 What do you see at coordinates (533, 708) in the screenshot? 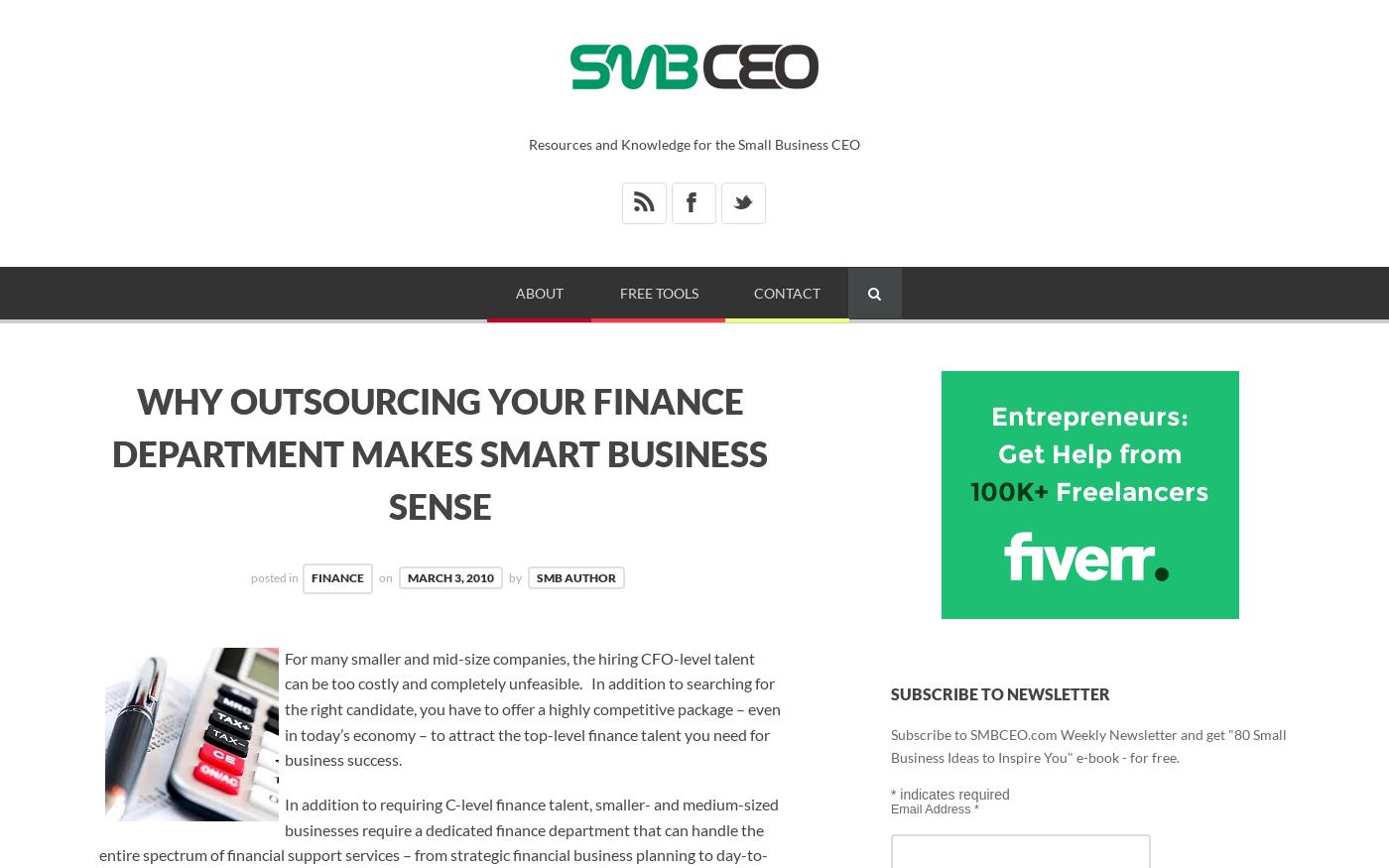
I see `'For many smaller and mid-size companies,  the hiring CFO-level talent can be too costly and completely unfeasible.    In addition to searching for the right candidate, you have to offer  a highly competitive package – even in today’s economy – to attract  the top-level finance talent you need for business success.'` at bounding box center [533, 708].